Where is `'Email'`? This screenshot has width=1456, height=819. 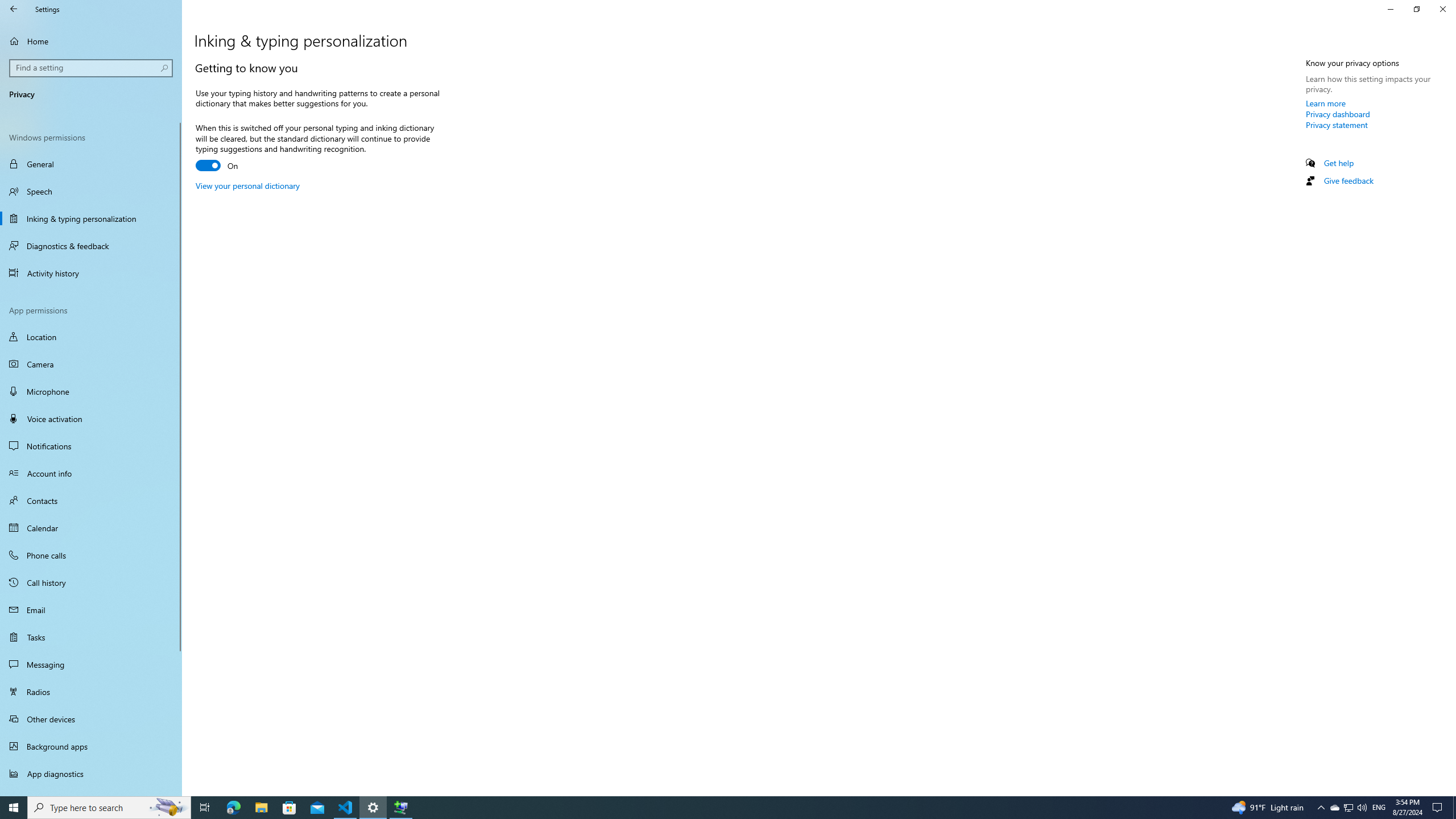
'Email' is located at coordinates (90, 610).